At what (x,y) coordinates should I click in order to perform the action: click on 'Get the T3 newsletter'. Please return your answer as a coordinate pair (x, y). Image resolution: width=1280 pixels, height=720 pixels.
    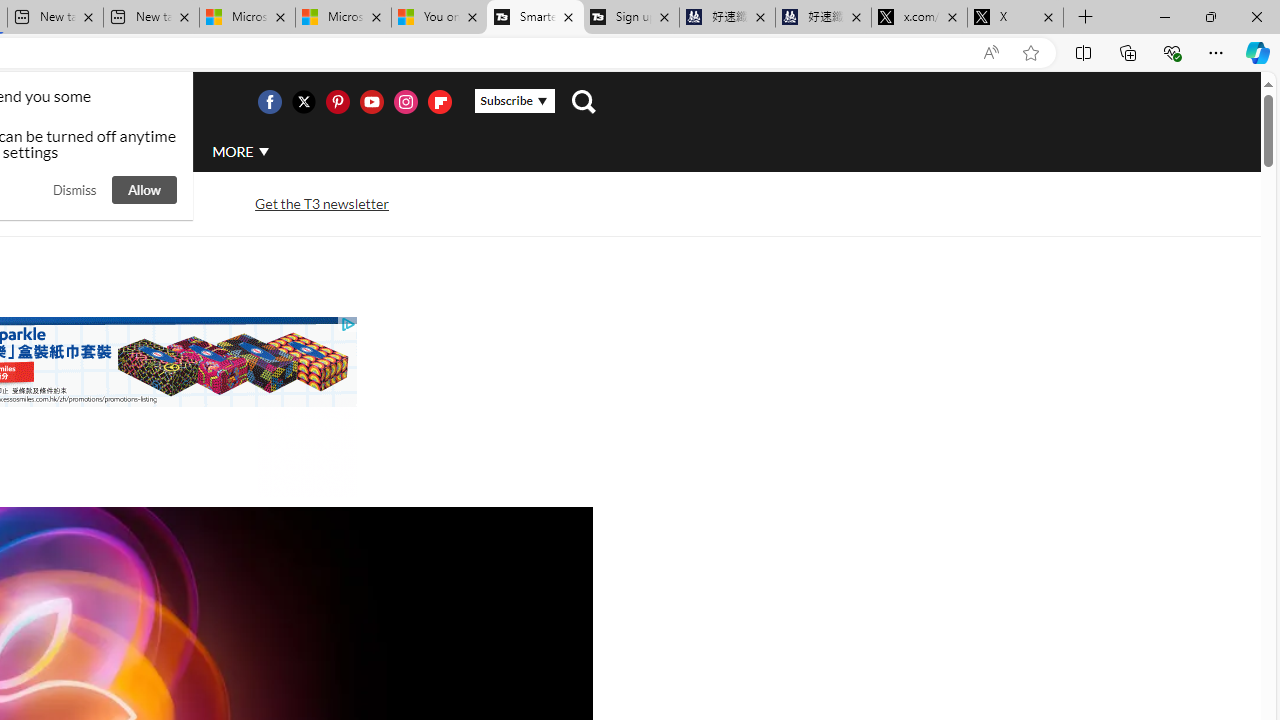
    Looking at the image, I should click on (322, 203).